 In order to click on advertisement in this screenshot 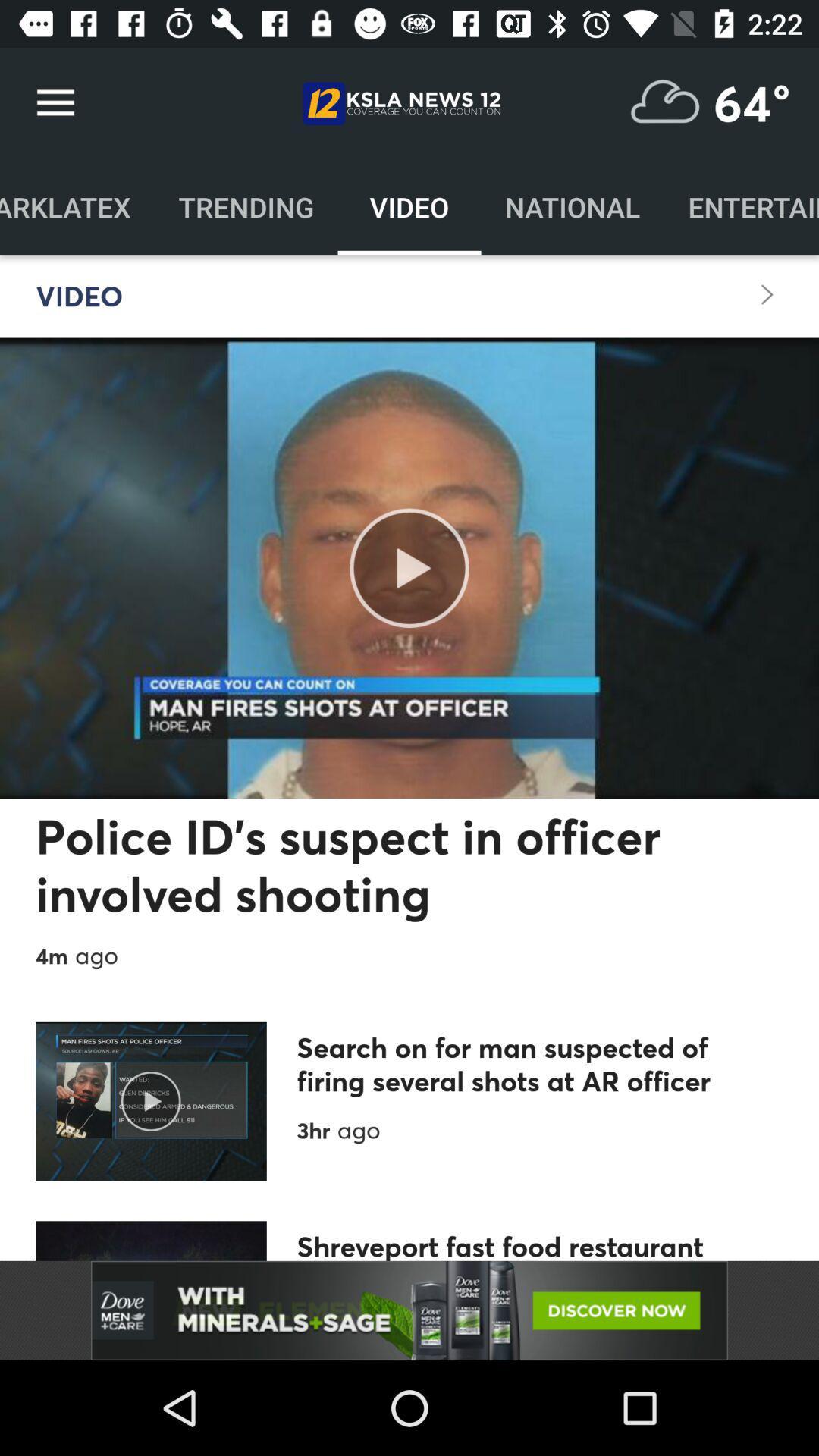, I will do `click(409, 1310)`.